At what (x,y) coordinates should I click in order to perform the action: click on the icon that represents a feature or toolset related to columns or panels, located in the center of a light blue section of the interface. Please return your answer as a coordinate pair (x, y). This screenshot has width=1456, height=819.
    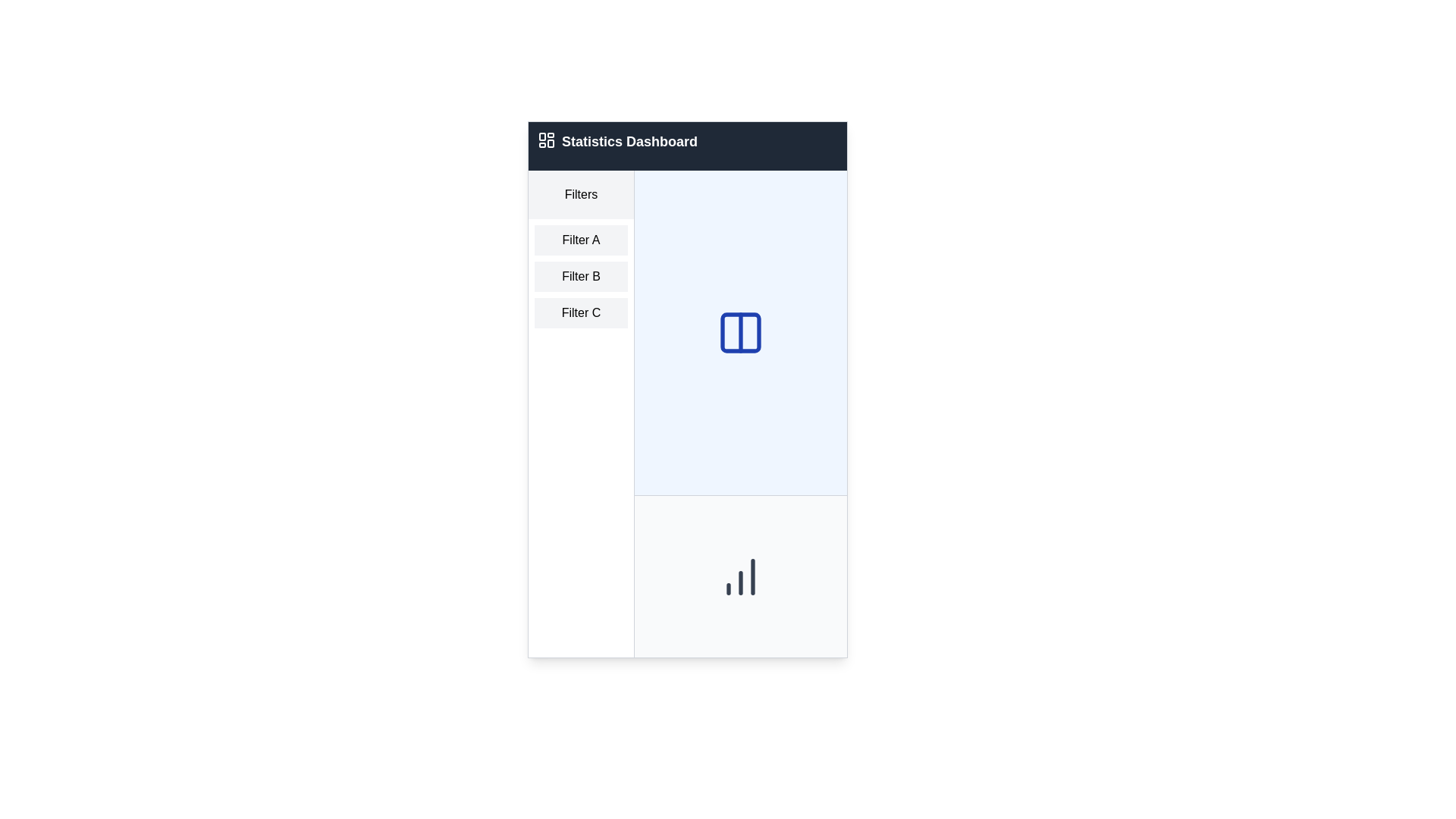
    Looking at the image, I should click on (740, 332).